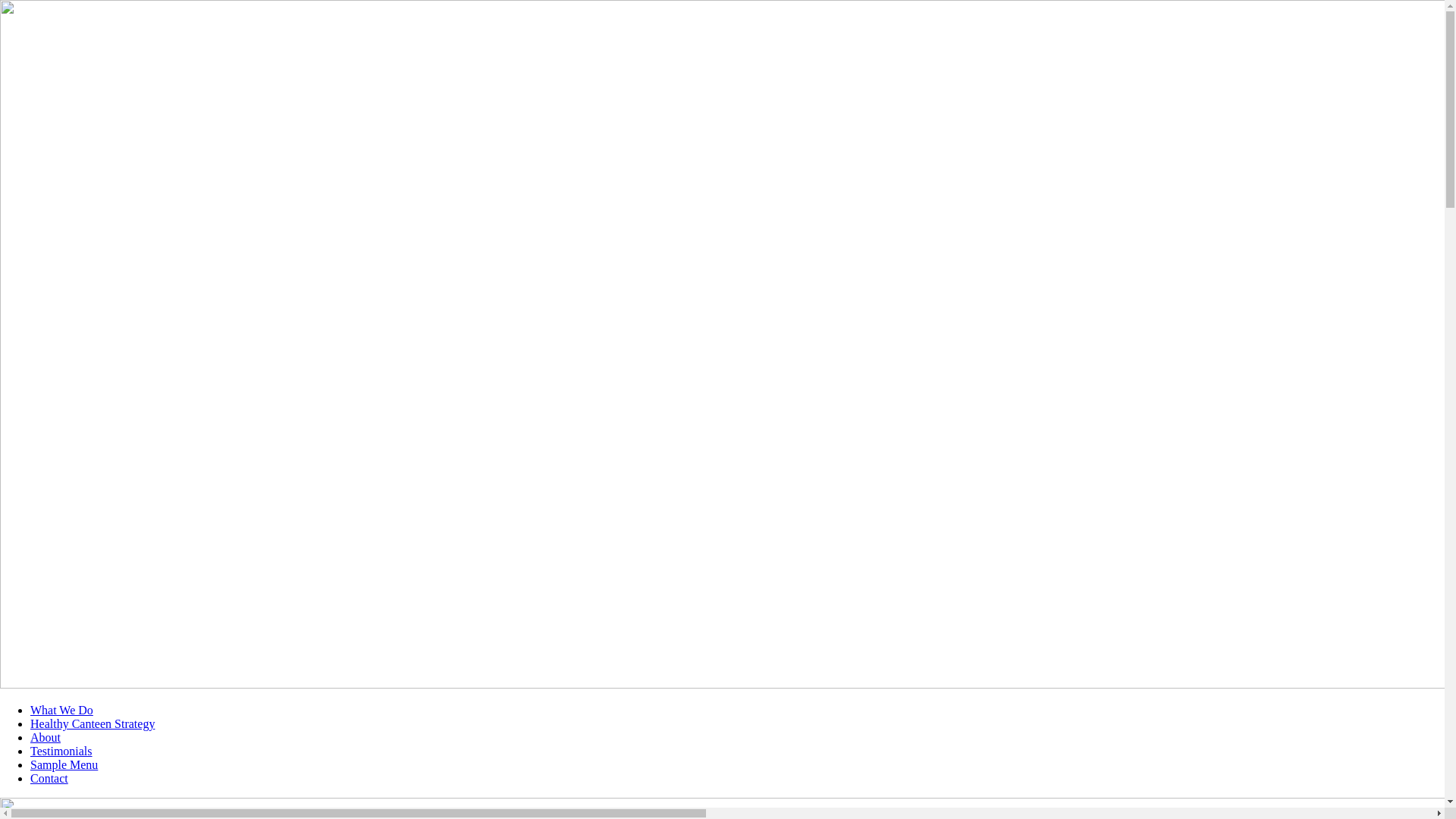 The width and height of the screenshot is (1456, 819). What do you see at coordinates (61, 751) in the screenshot?
I see `'Testimonials'` at bounding box center [61, 751].